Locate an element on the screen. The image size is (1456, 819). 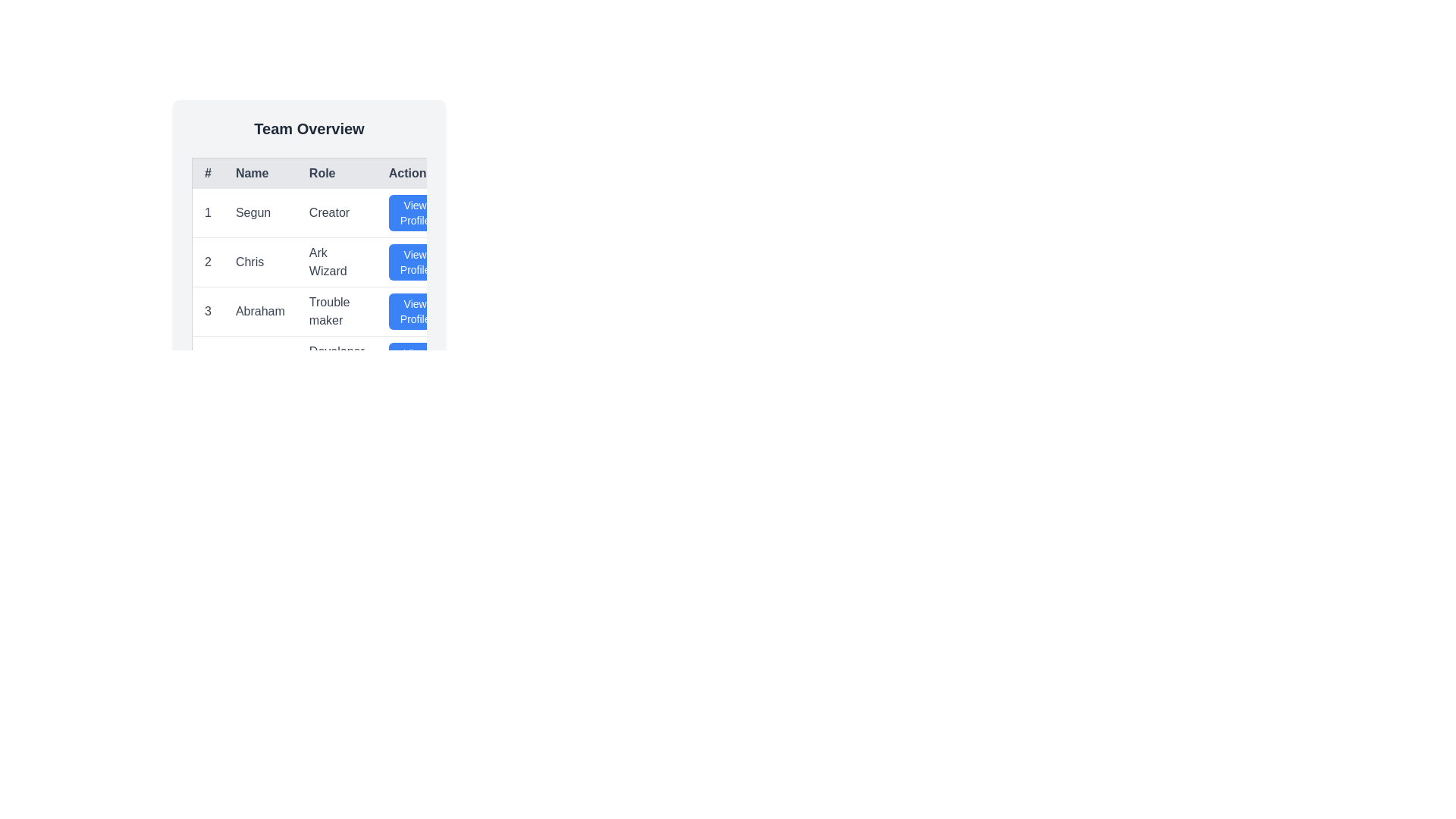
the blue button with rounded corners and white text reading 'View Profile' in the 'Action' column for 'Abraham' and 'Trouble maker' is located at coordinates (422, 311).